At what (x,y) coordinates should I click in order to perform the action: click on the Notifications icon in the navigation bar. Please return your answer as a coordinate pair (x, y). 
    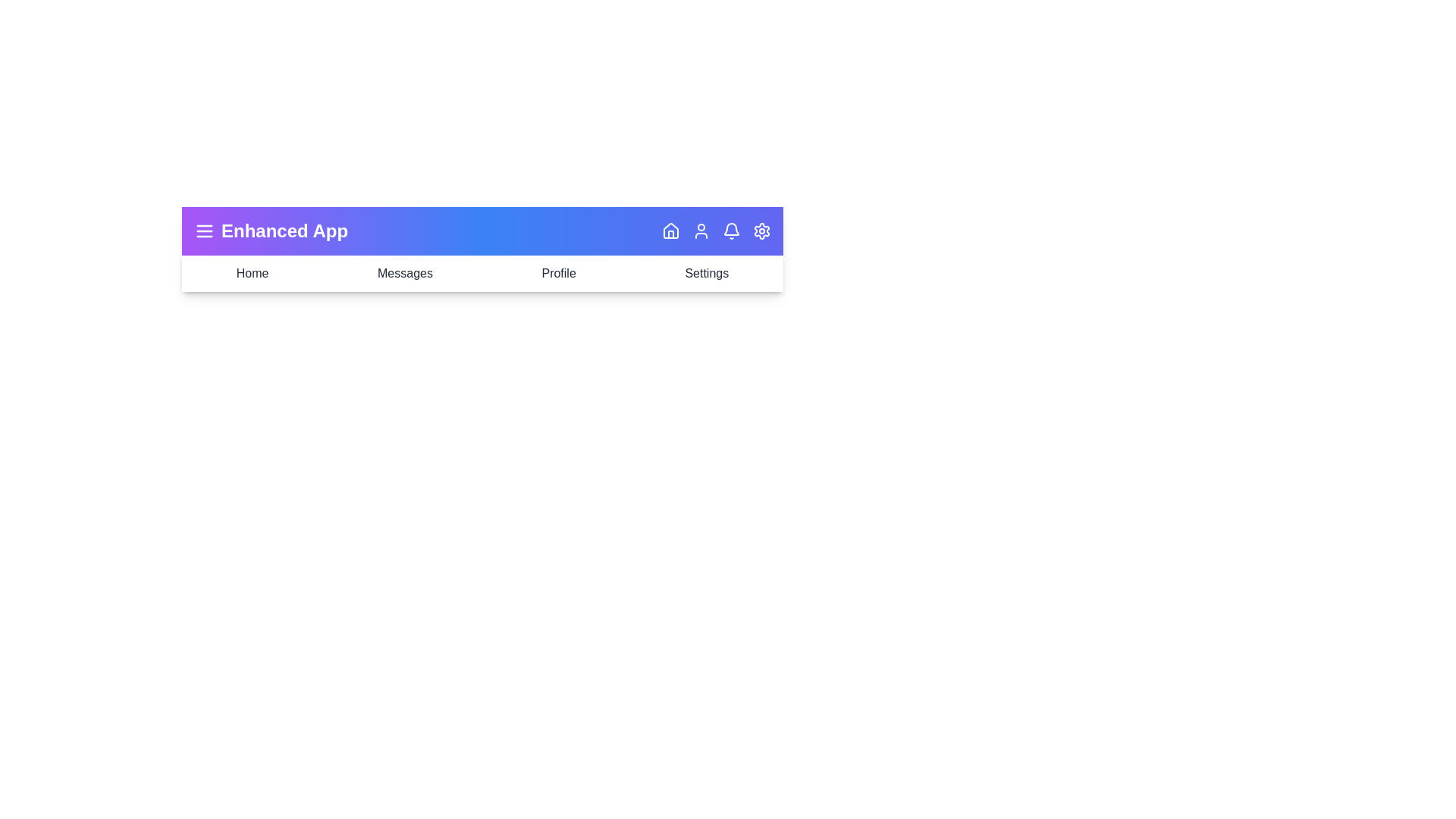
    Looking at the image, I should click on (731, 231).